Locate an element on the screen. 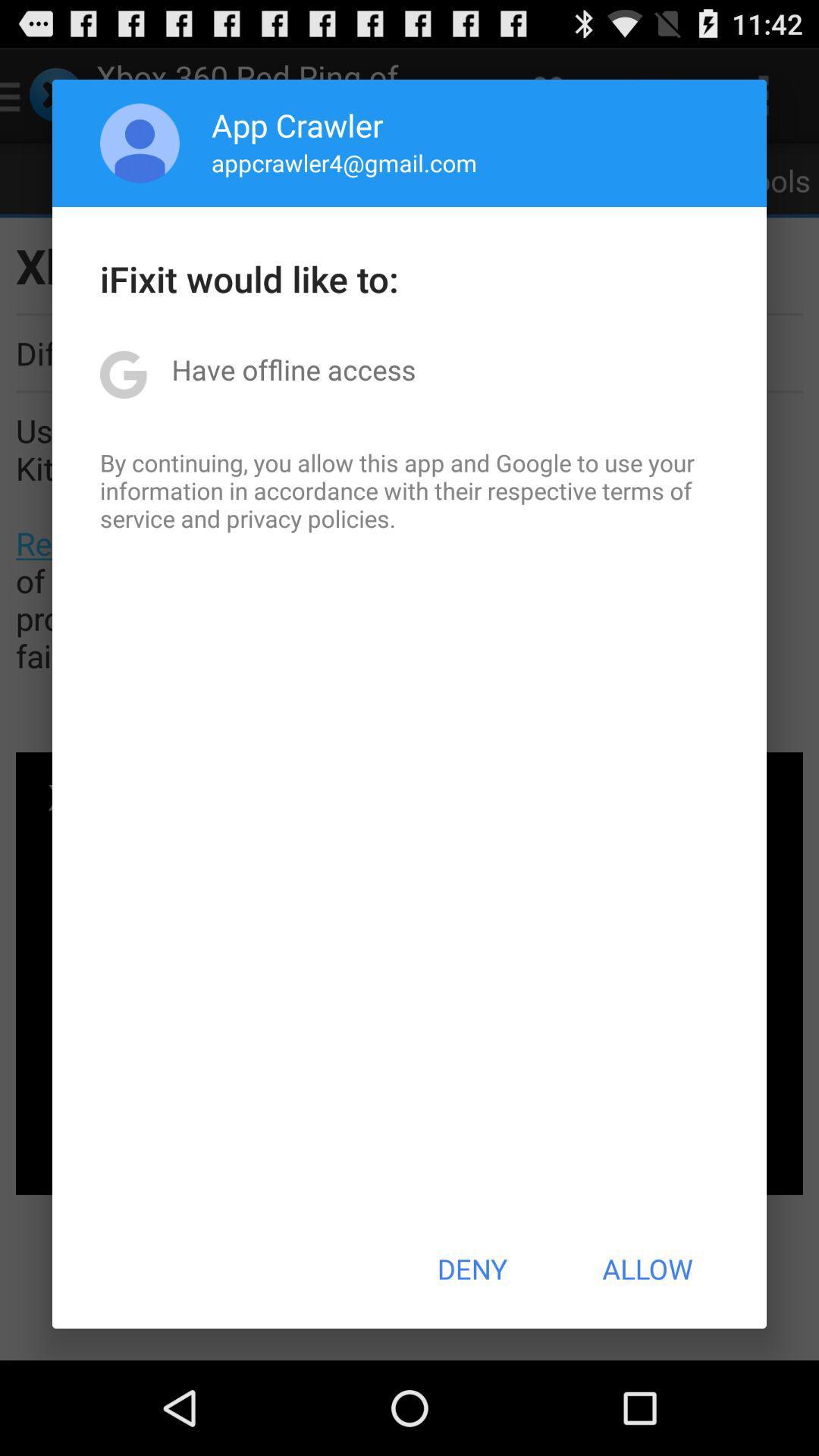  the app crawler item is located at coordinates (297, 124).